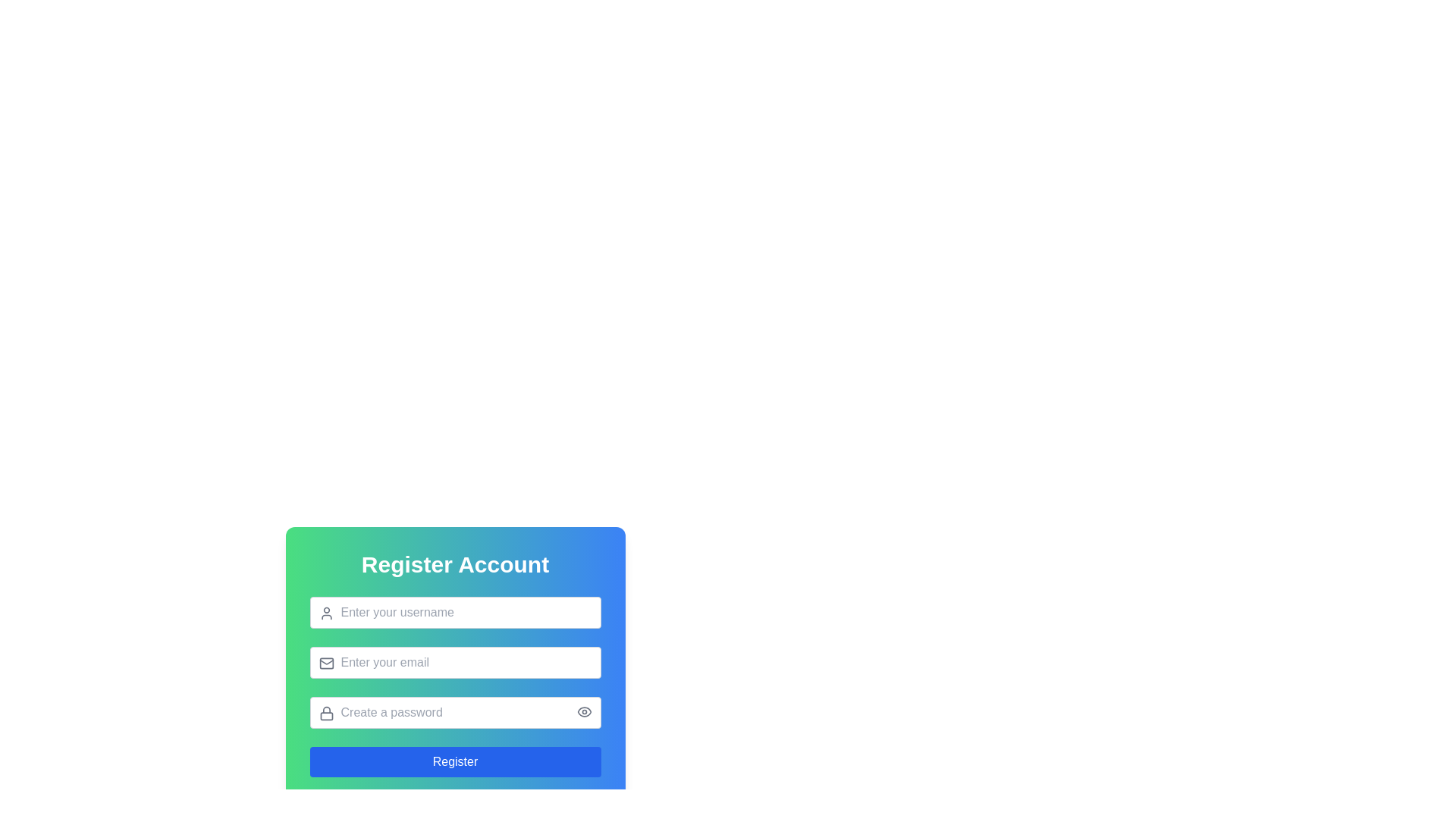 This screenshot has width=1456, height=819. Describe the element at coordinates (325, 613) in the screenshot. I see `the user icon styled in gray, located at the left side of the 'Enter your username' input field within the 'Register Account' form` at that location.